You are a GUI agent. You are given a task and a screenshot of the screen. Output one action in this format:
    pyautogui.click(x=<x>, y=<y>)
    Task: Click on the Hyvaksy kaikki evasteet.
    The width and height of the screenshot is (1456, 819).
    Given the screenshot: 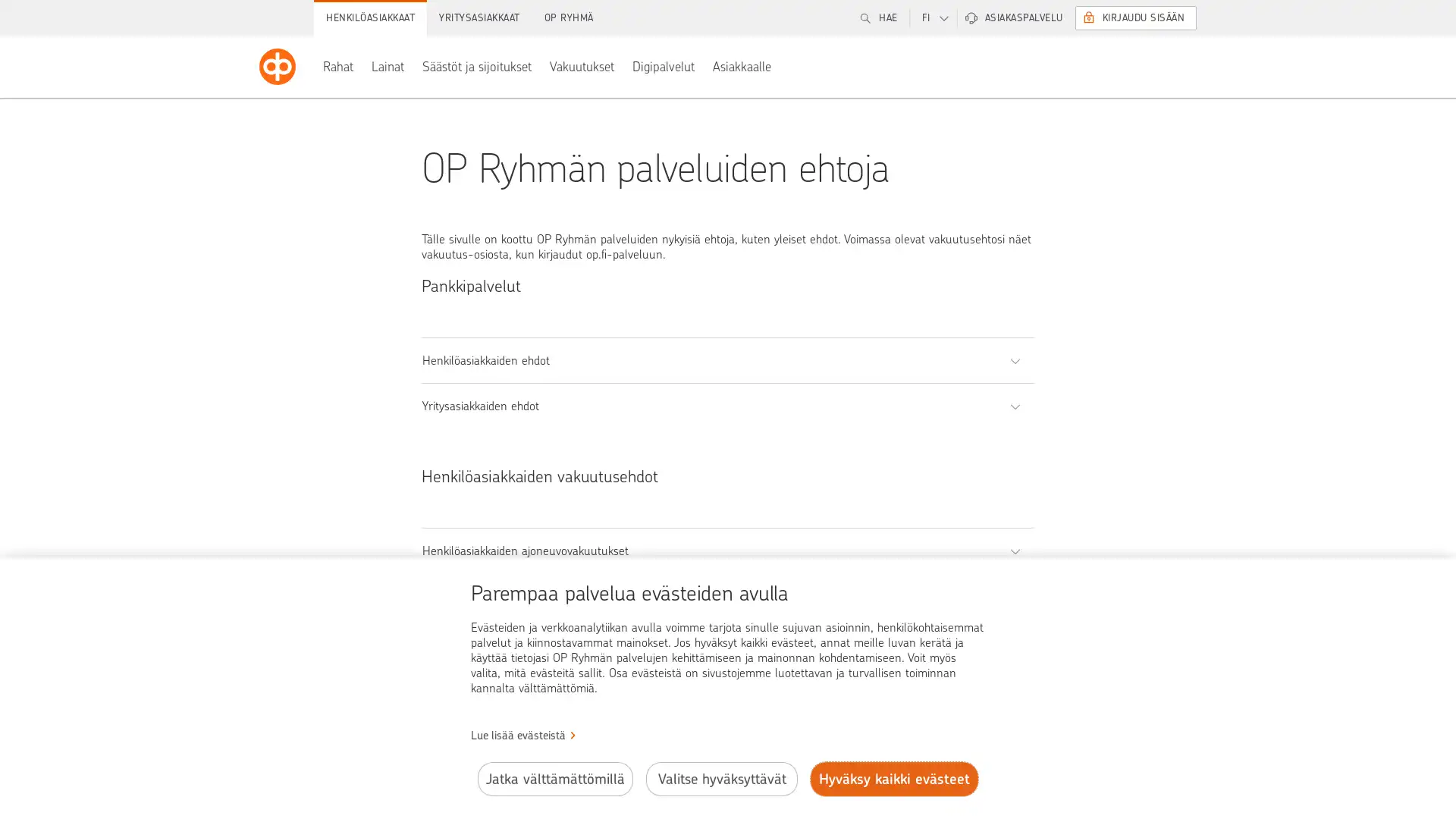 What is the action you would take?
    pyautogui.click(x=894, y=779)
    